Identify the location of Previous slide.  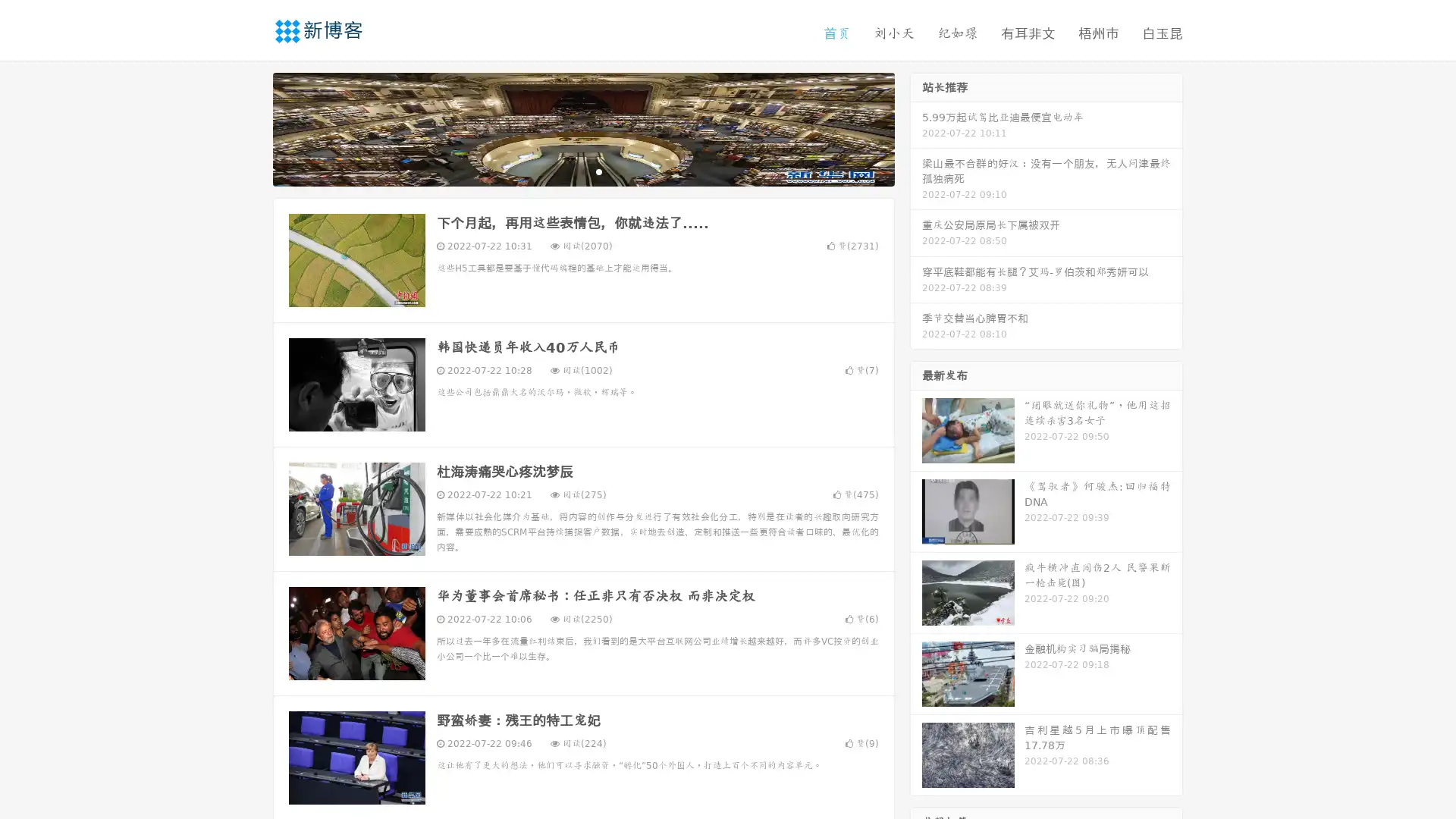
(250, 127).